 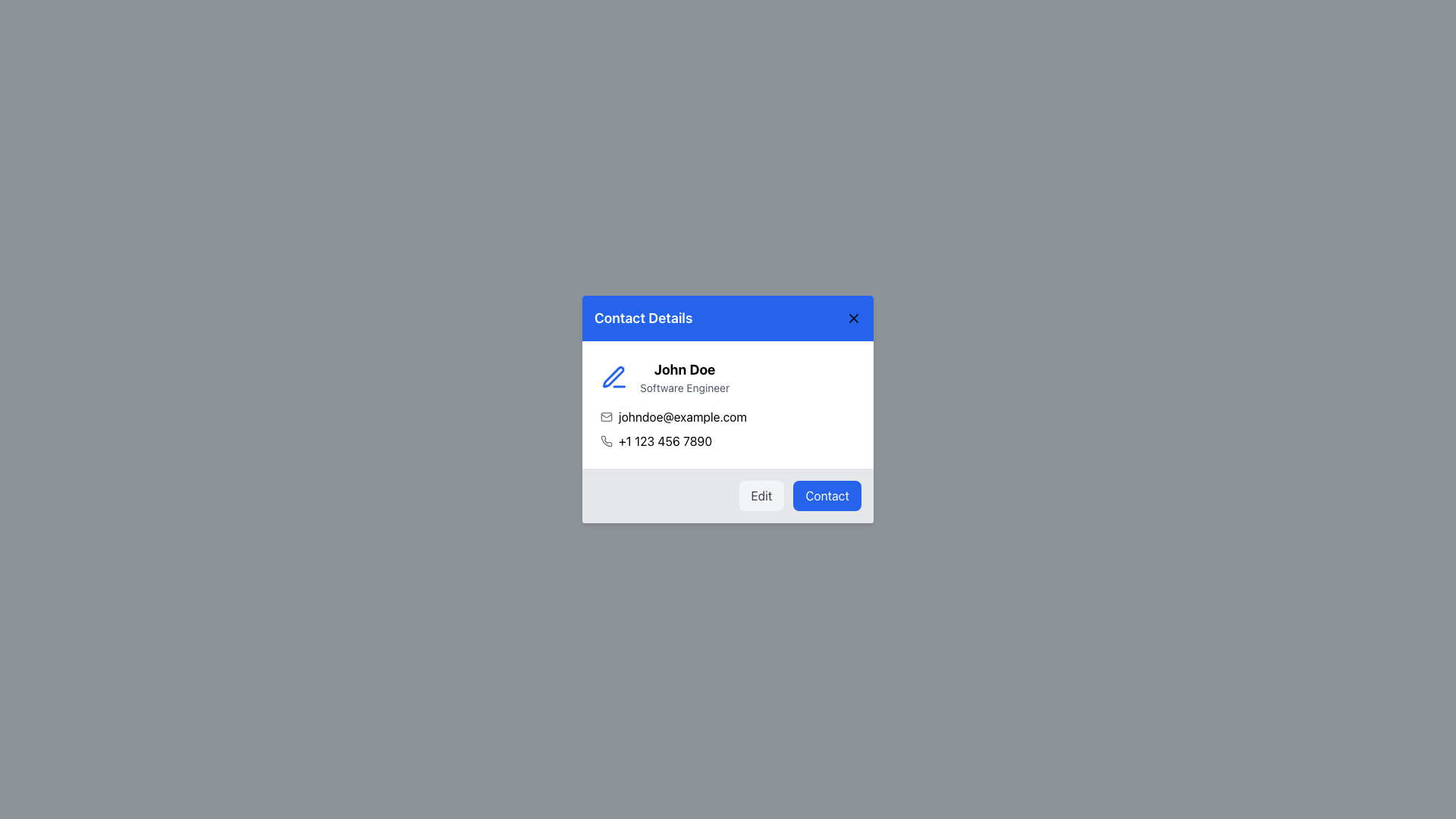 What do you see at coordinates (607, 417) in the screenshot?
I see `the email icon located to the left of 'johndoe@example.com' in the contact details card, which serves as a decorative representation of the email address` at bounding box center [607, 417].